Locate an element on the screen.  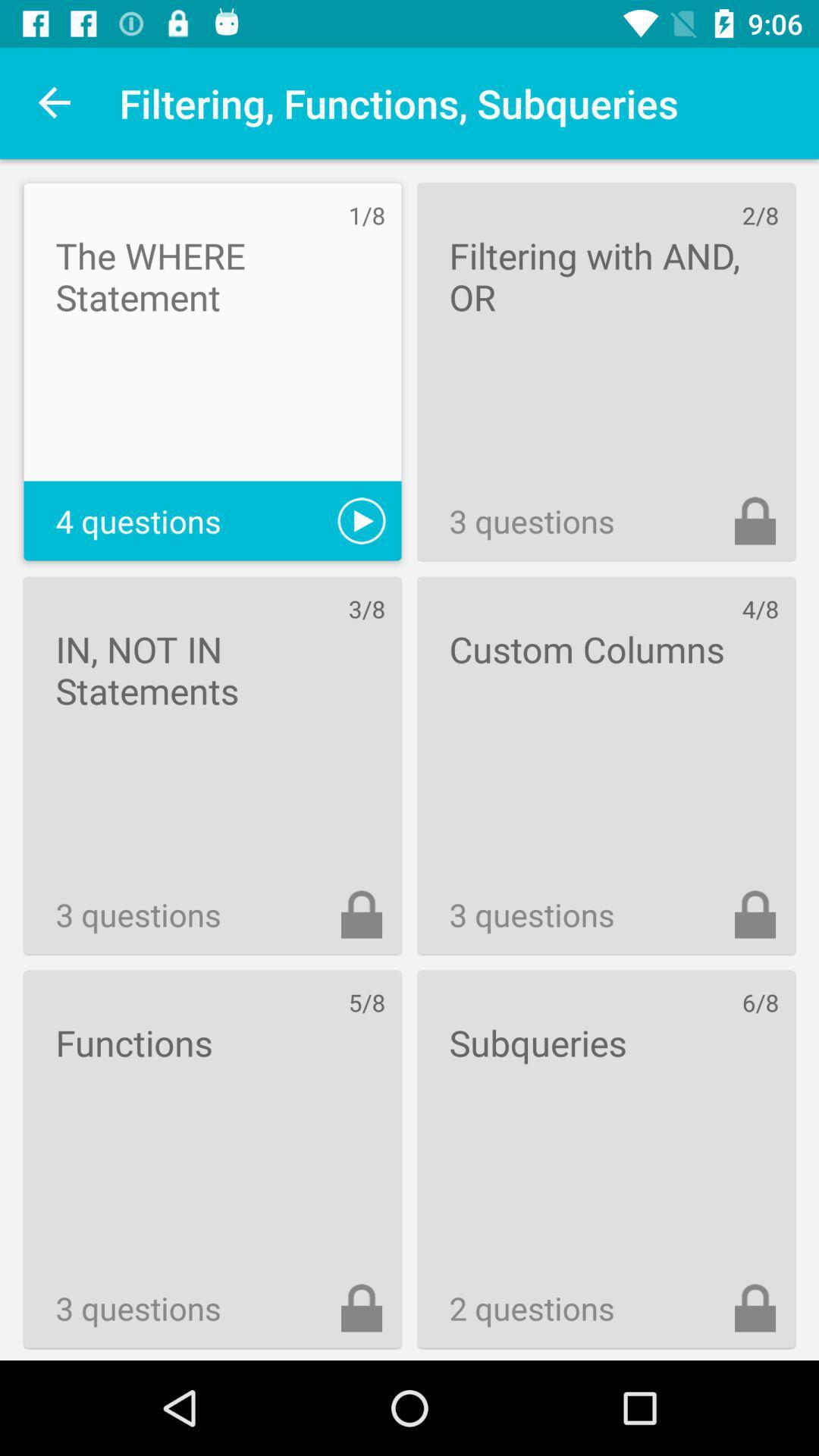
the icon above the where statement is located at coordinates (55, 102).